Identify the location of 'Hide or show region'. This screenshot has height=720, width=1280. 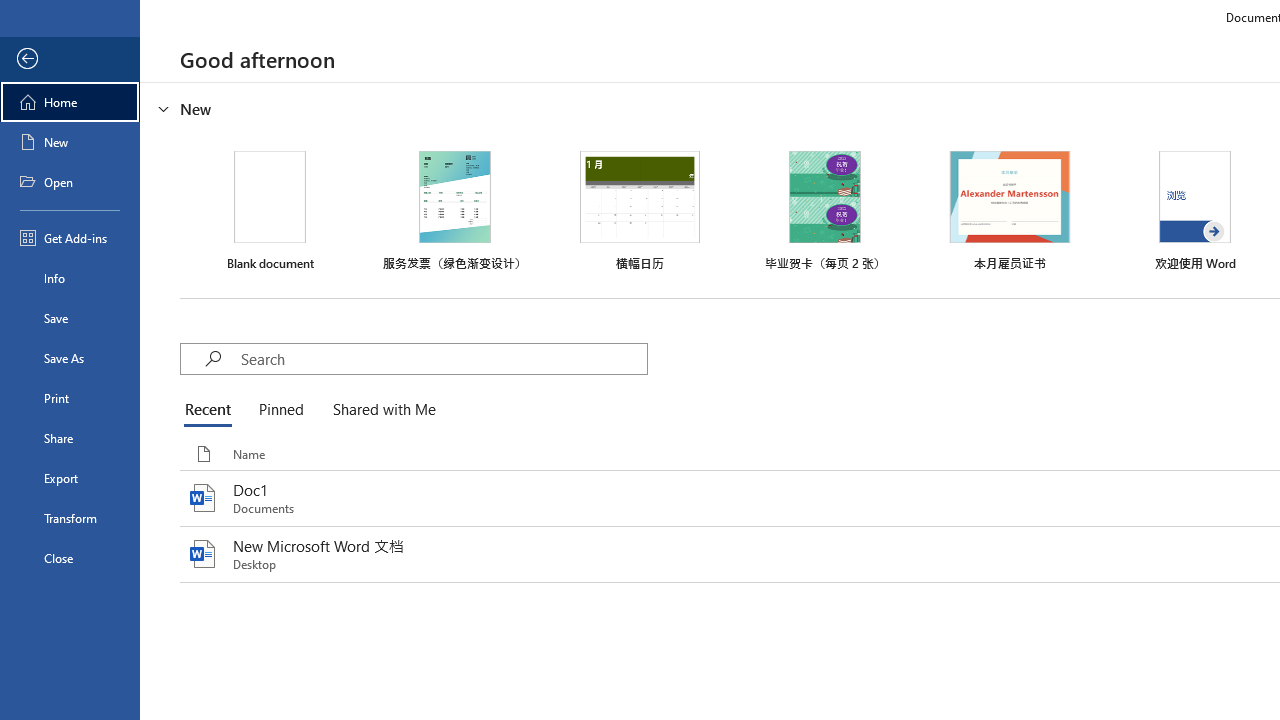
(164, 109).